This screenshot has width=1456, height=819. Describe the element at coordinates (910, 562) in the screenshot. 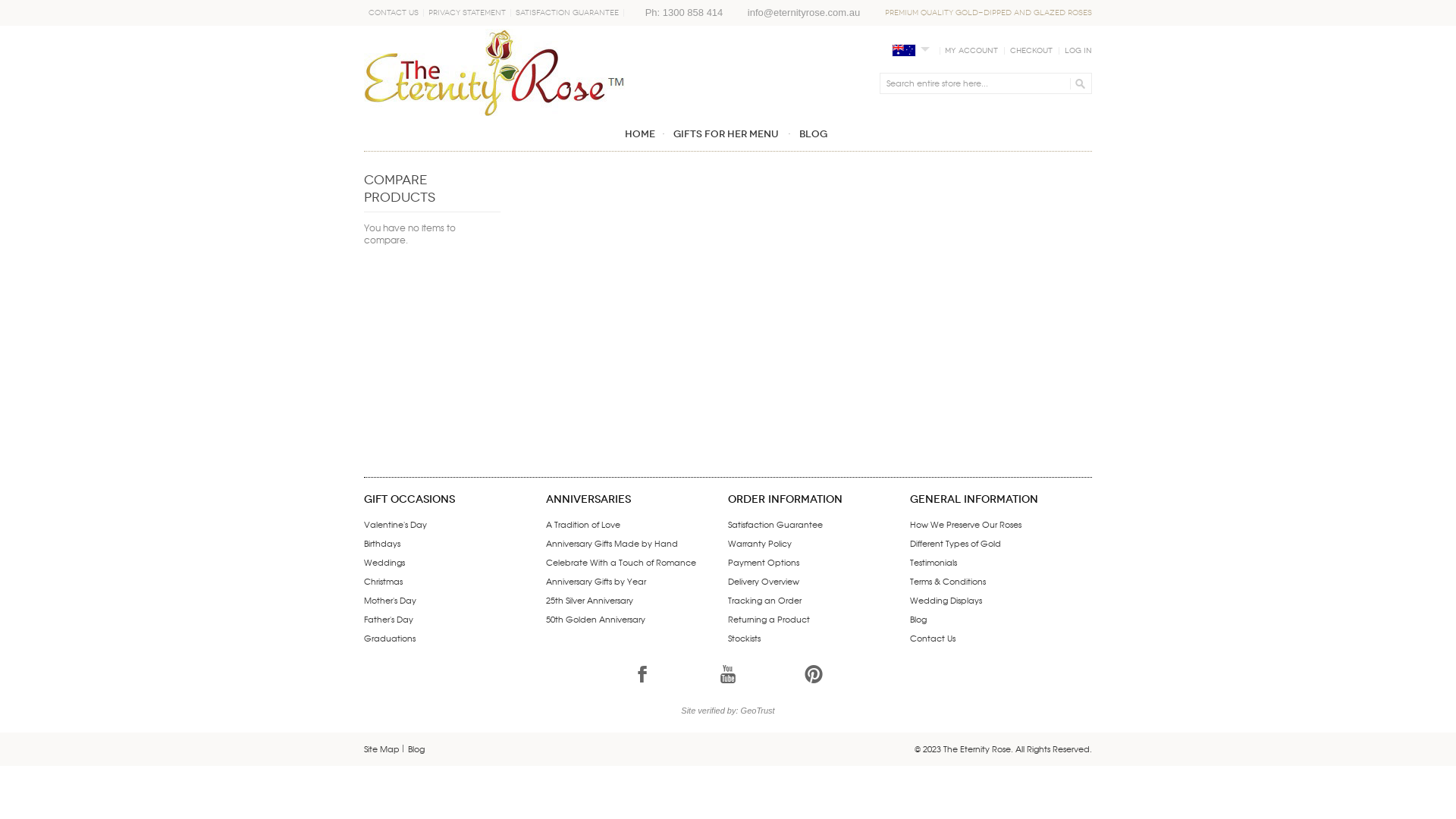

I see `'Testimonials'` at that location.